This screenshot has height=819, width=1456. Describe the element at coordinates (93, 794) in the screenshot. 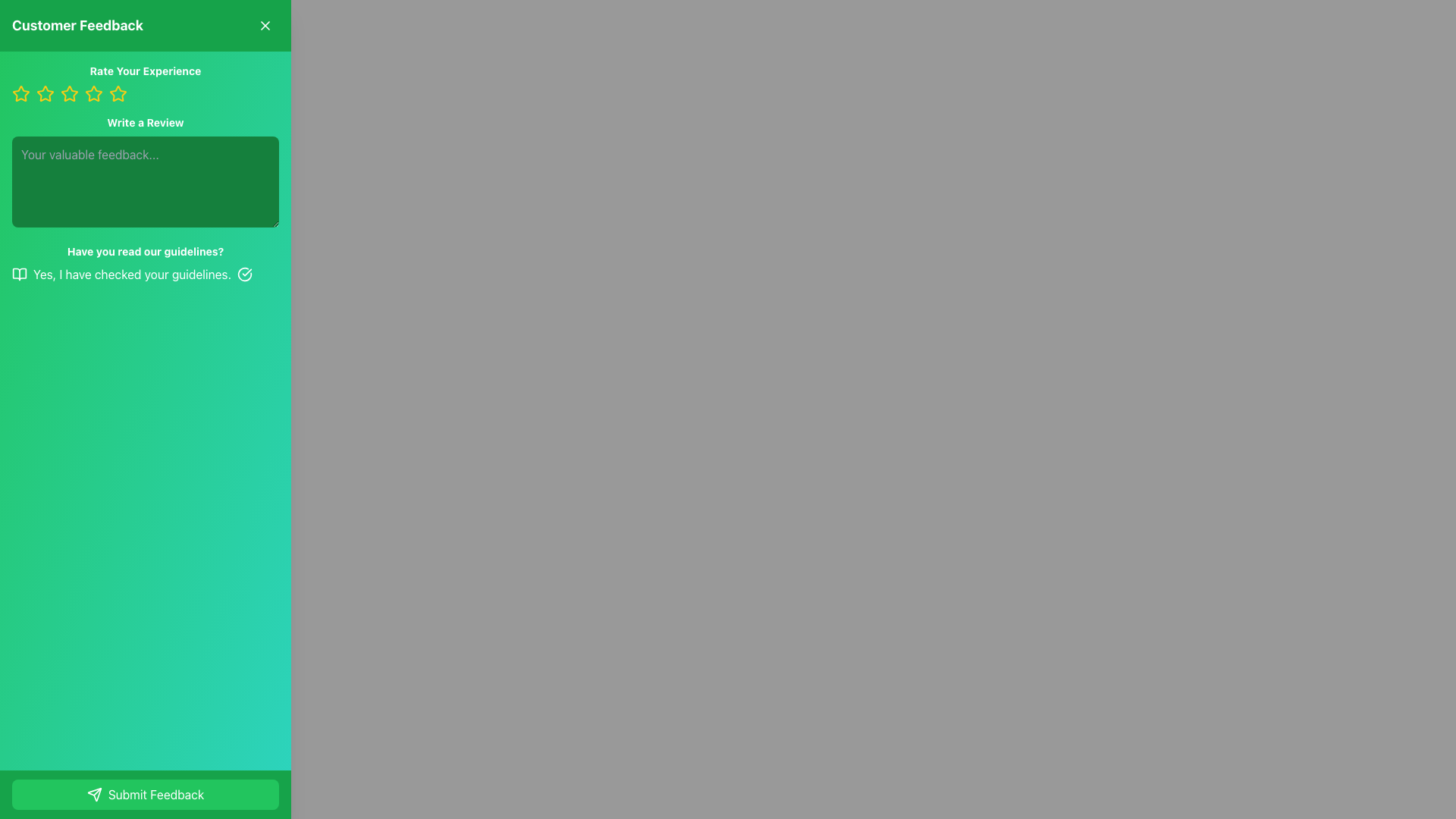

I see `the 'Submit Feedback' button by targeting the icon located to the left of the button text within the green button at the bottom of the interface` at that location.